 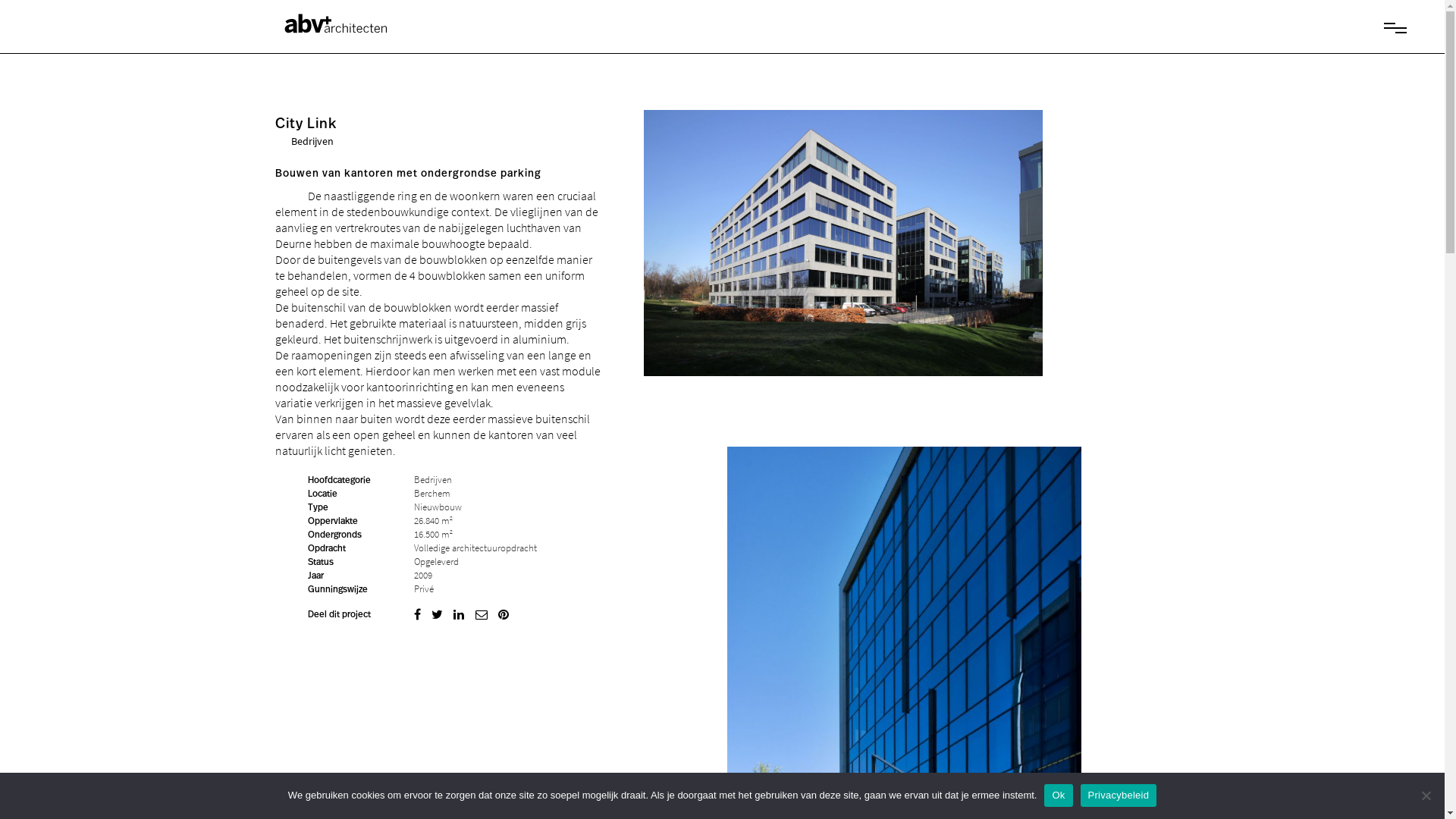 What do you see at coordinates (1425, 795) in the screenshot?
I see `'Nee'` at bounding box center [1425, 795].